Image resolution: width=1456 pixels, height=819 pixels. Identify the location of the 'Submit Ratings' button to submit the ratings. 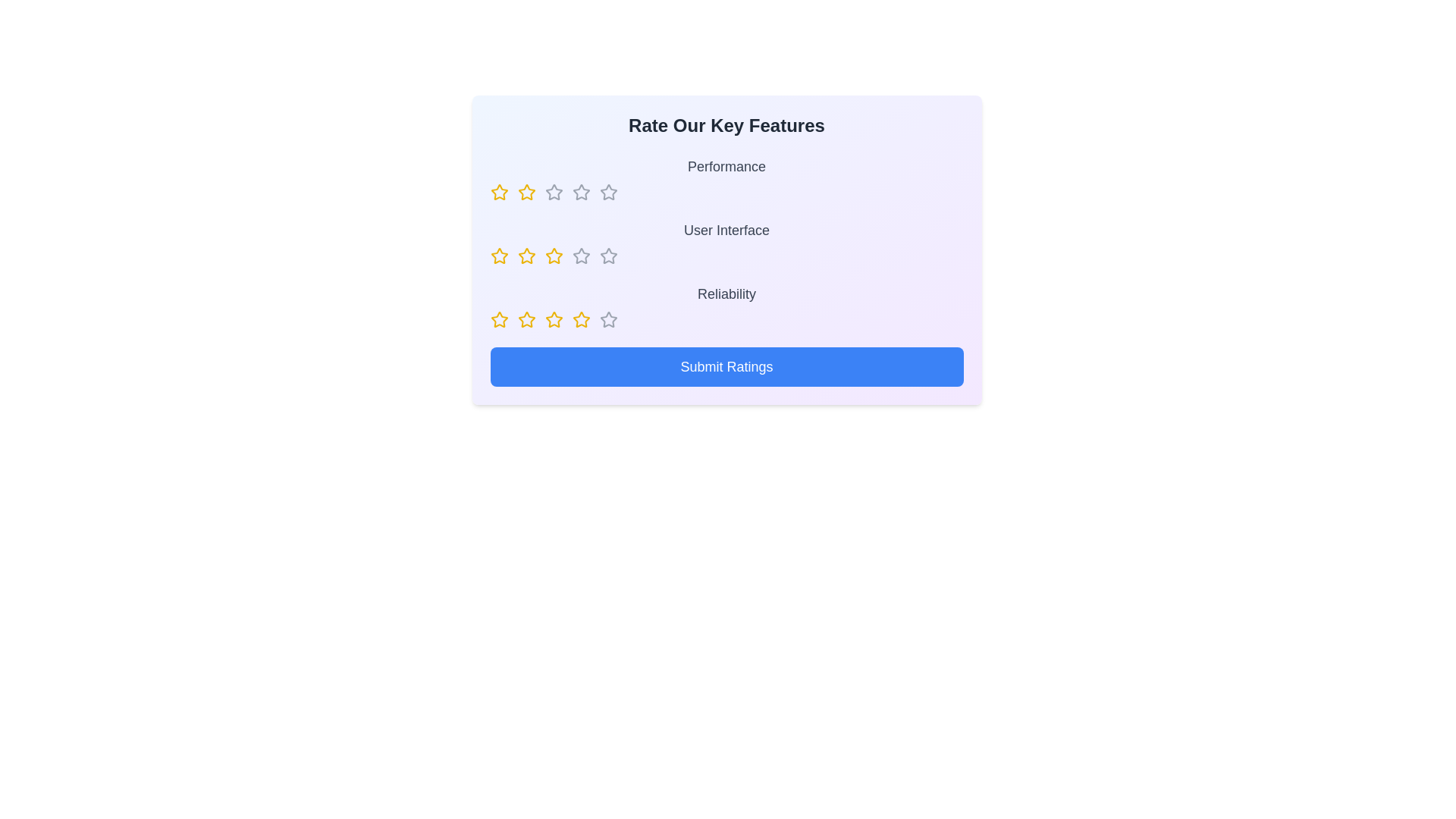
(726, 366).